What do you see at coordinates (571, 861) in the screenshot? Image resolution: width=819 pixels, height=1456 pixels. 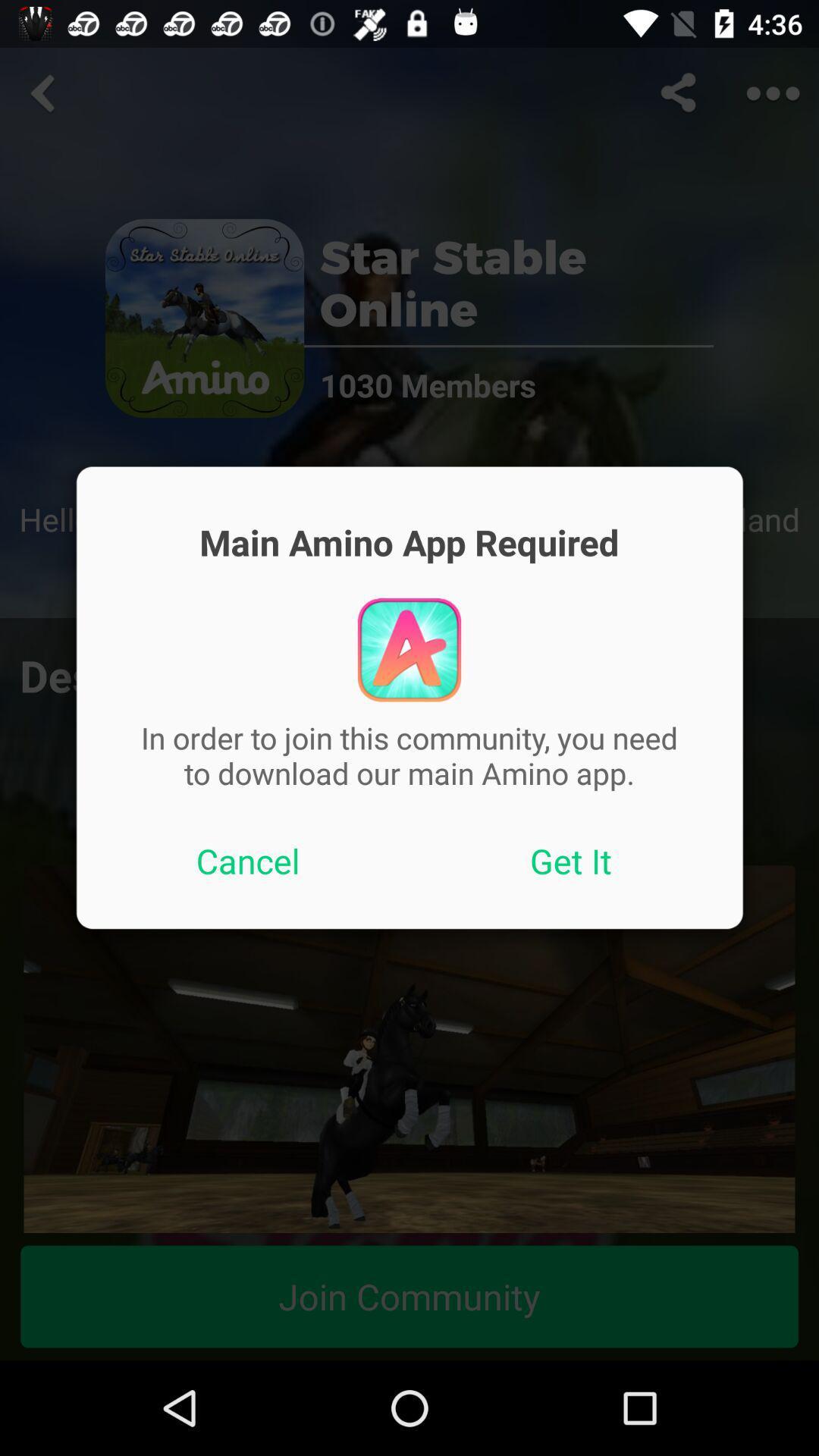 I see `the icon on the right` at bounding box center [571, 861].